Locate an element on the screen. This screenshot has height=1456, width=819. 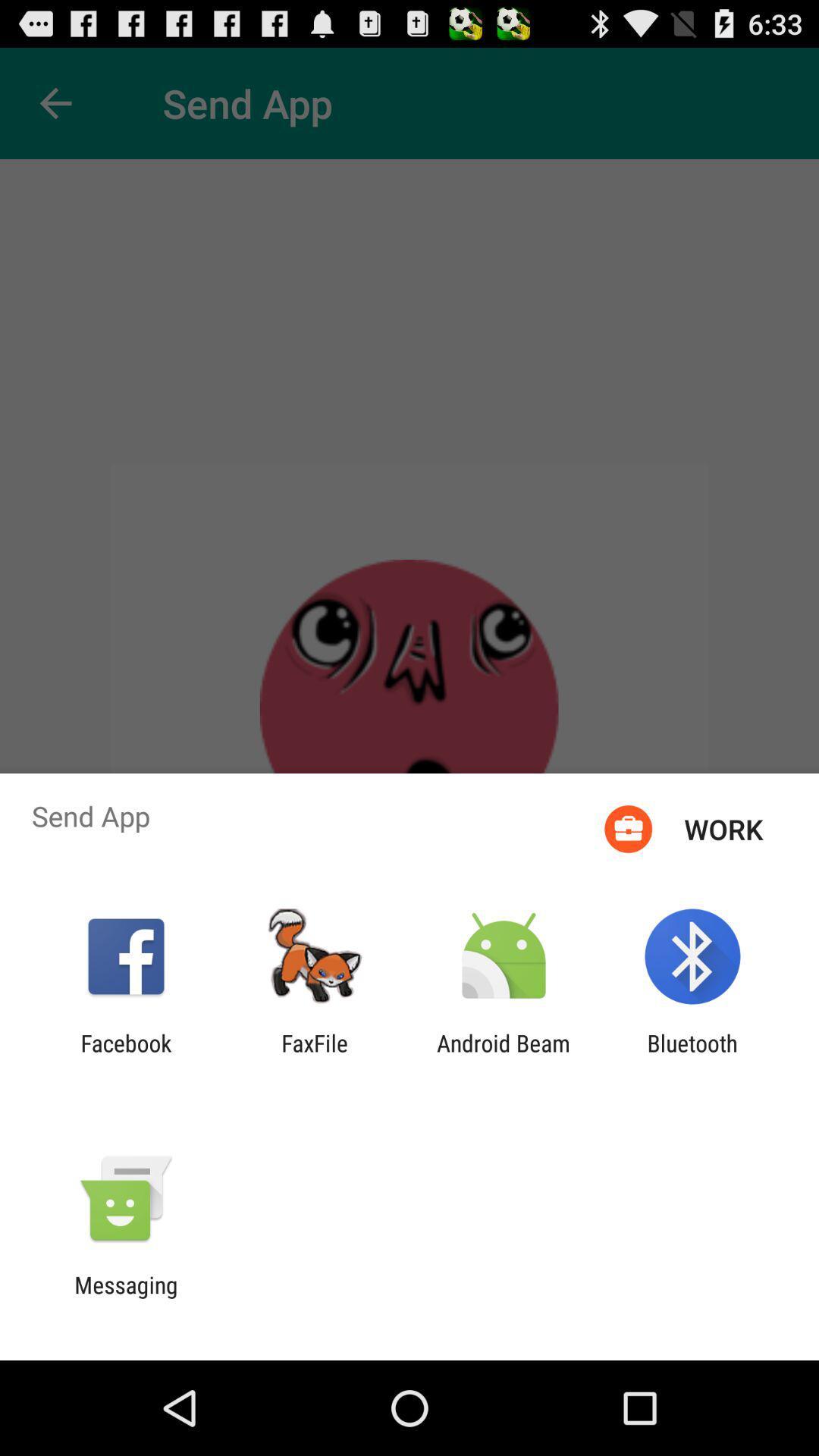
the bluetooth at the bottom right corner is located at coordinates (692, 1056).